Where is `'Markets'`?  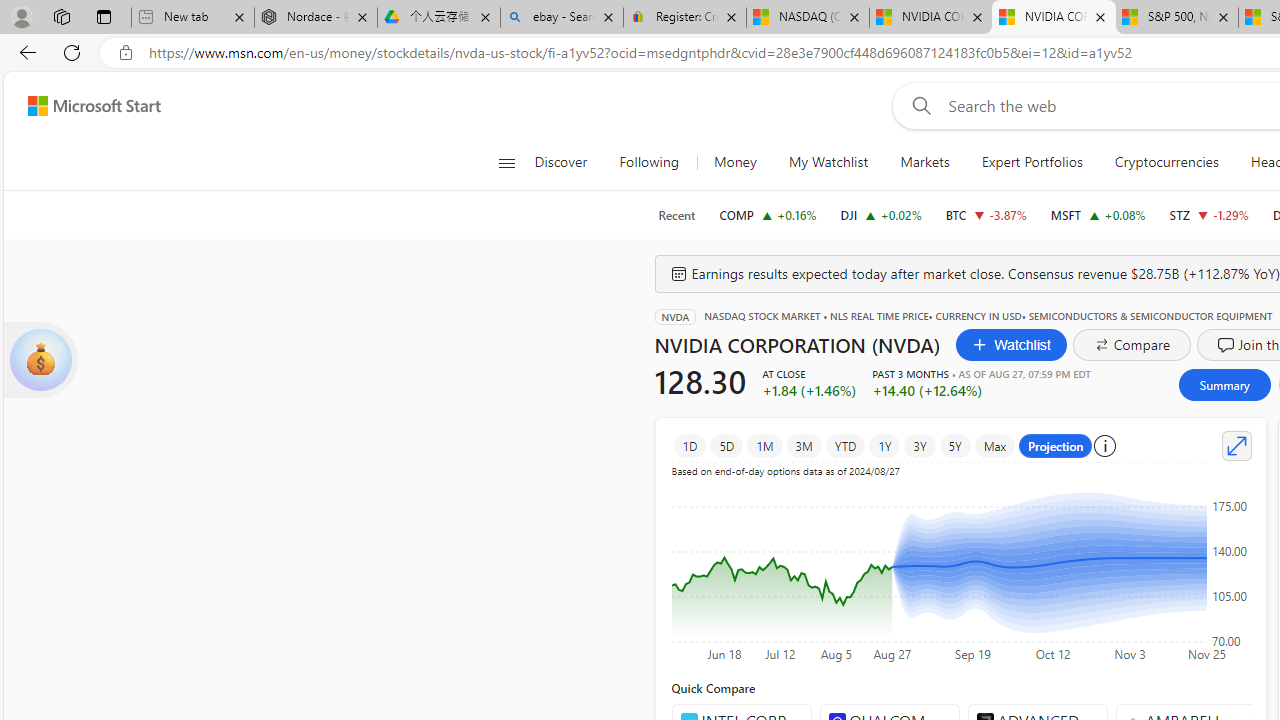
'Markets' is located at coordinates (924, 162).